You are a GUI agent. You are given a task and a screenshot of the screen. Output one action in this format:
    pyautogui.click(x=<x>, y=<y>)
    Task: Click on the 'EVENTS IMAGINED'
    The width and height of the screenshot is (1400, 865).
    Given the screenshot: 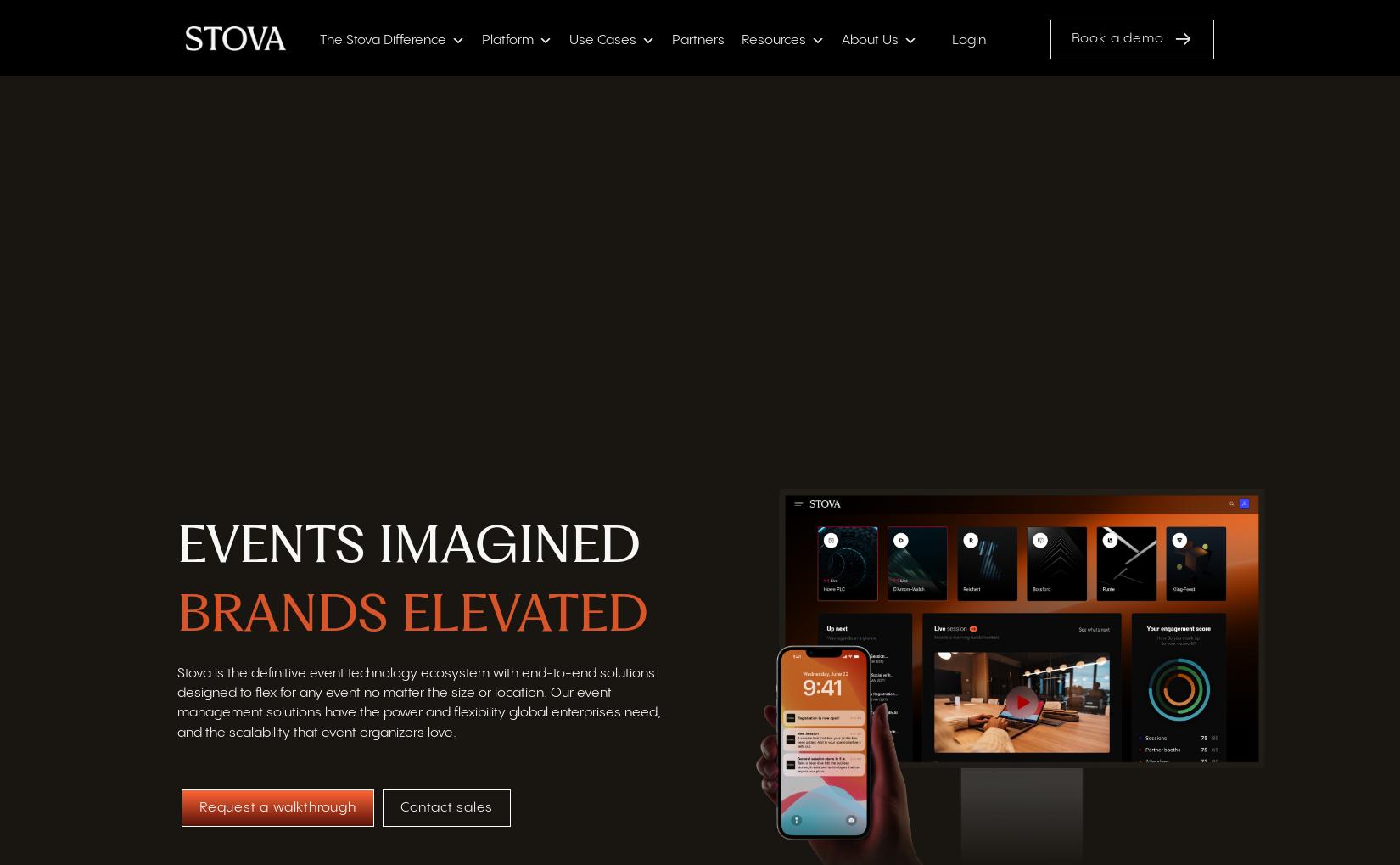 What is the action you would take?
    pyautogui.click(x=407, y=544)
    